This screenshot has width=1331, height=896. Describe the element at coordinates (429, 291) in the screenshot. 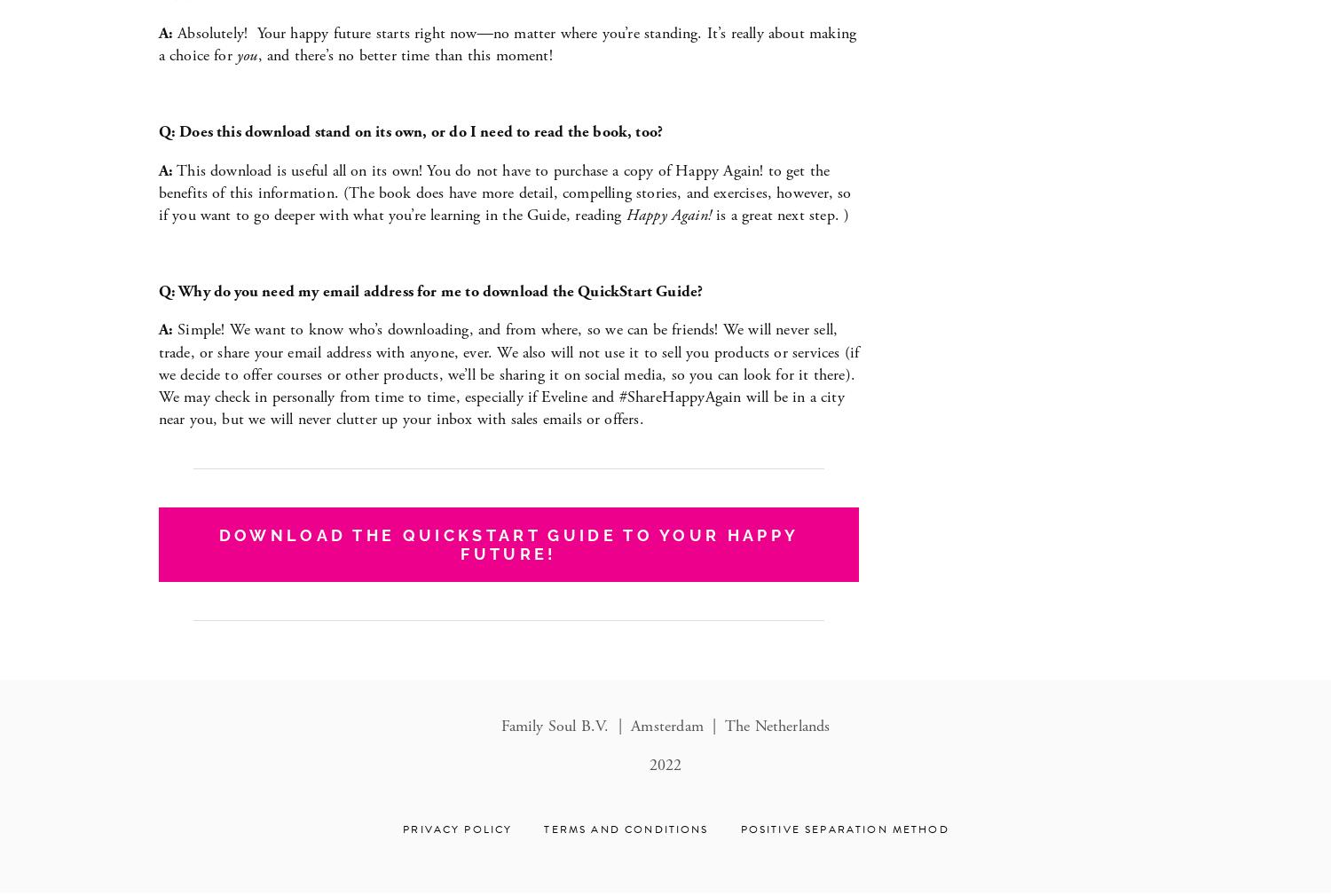

I see `'Q: Why do you need my email address for me to download the QuickStart Guide?'` at that location.